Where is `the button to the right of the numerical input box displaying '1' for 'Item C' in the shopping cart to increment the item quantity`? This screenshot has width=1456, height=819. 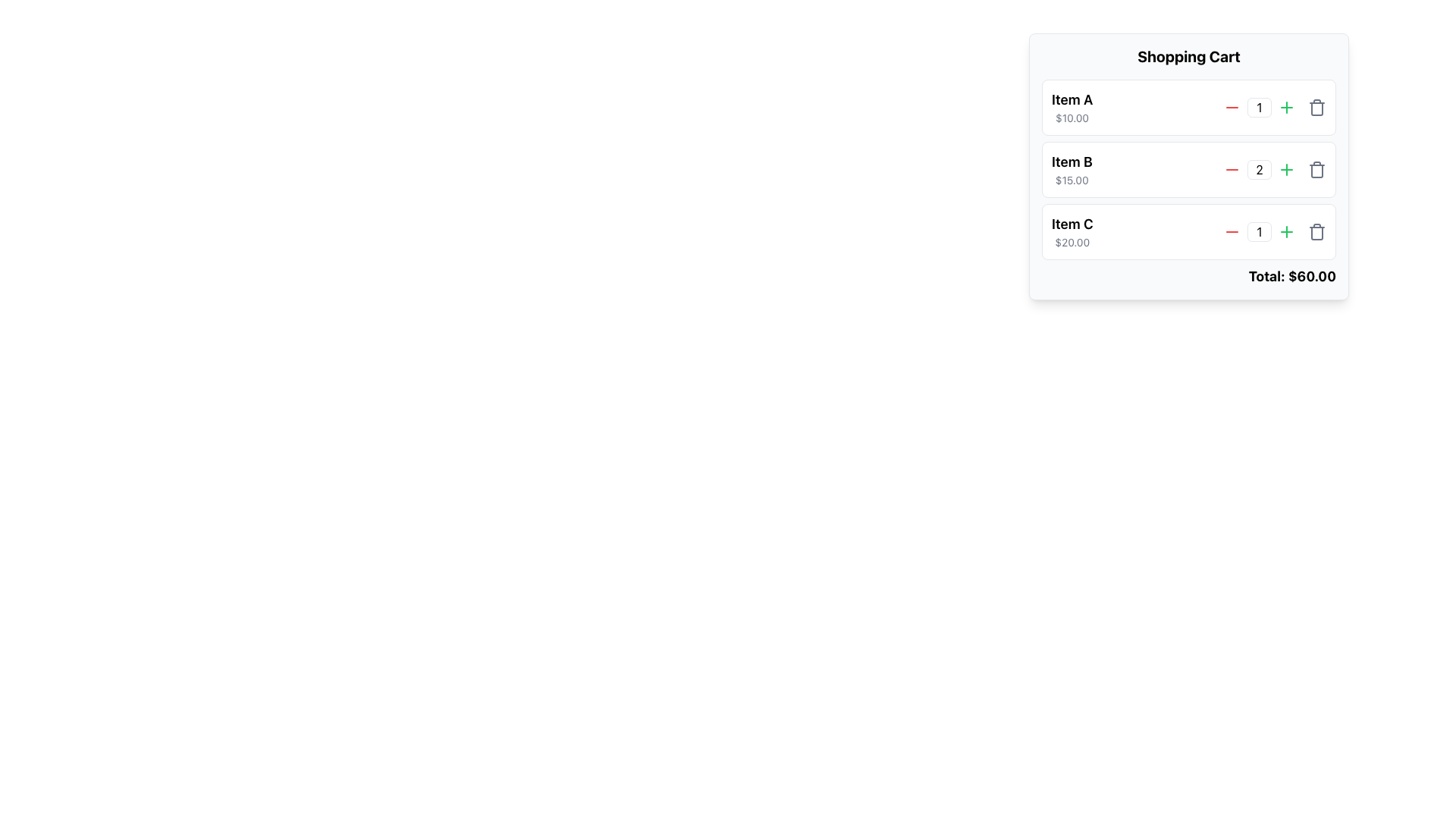 the button to the right of the numerical input box displaying '1' for 'Item C' in the shopping cart to increment the item quantity is located at coordinates (1286, 231).